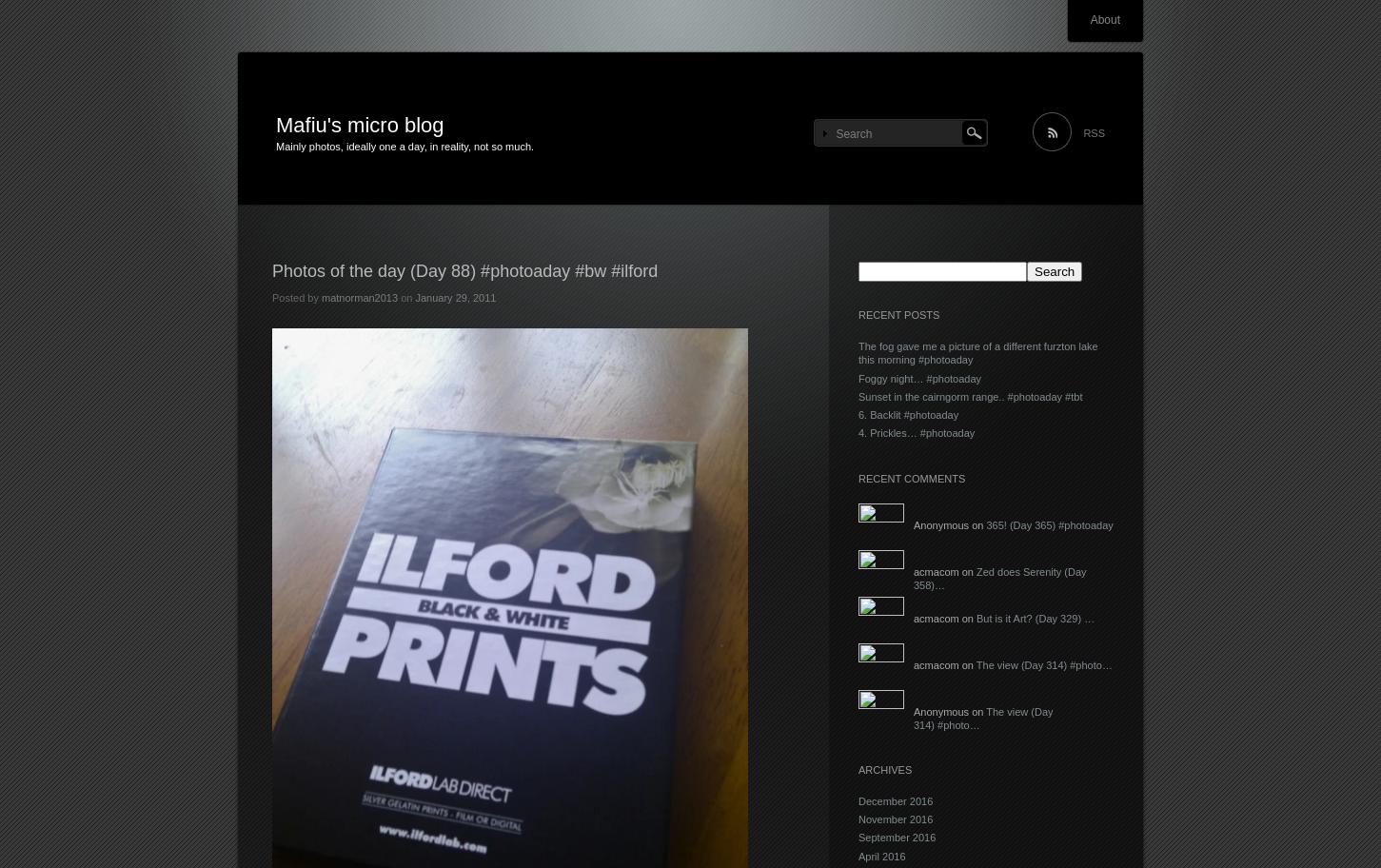 The height and width of the screenshot is (868, 1381). Describe the element at coordinates (858, 377) in the screenshot. I see `'Foggy night… #photoaday'` at that location.